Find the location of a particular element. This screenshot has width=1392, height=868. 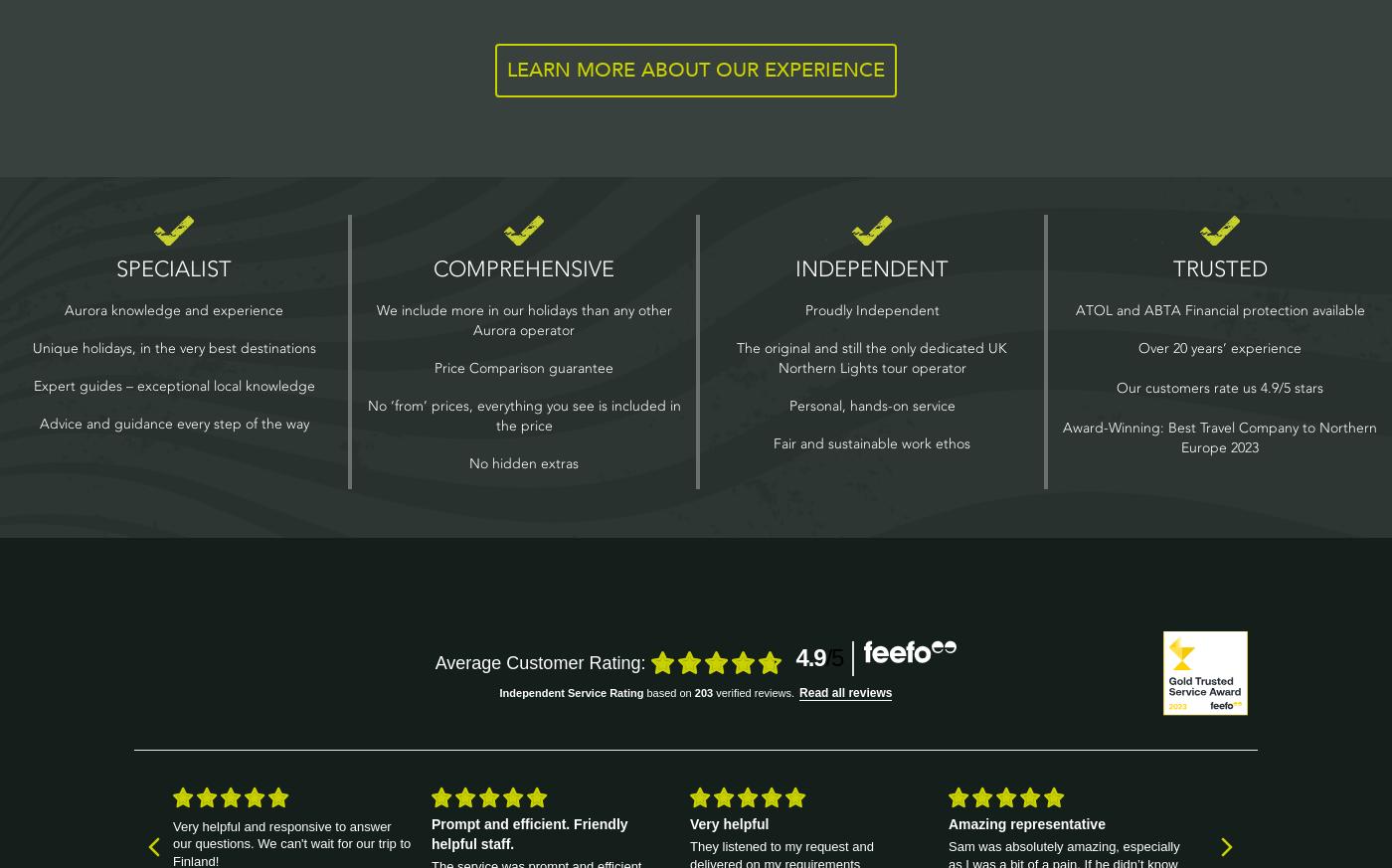

'Advice and guidance every step of the way' is located at coordinates (39, 422).